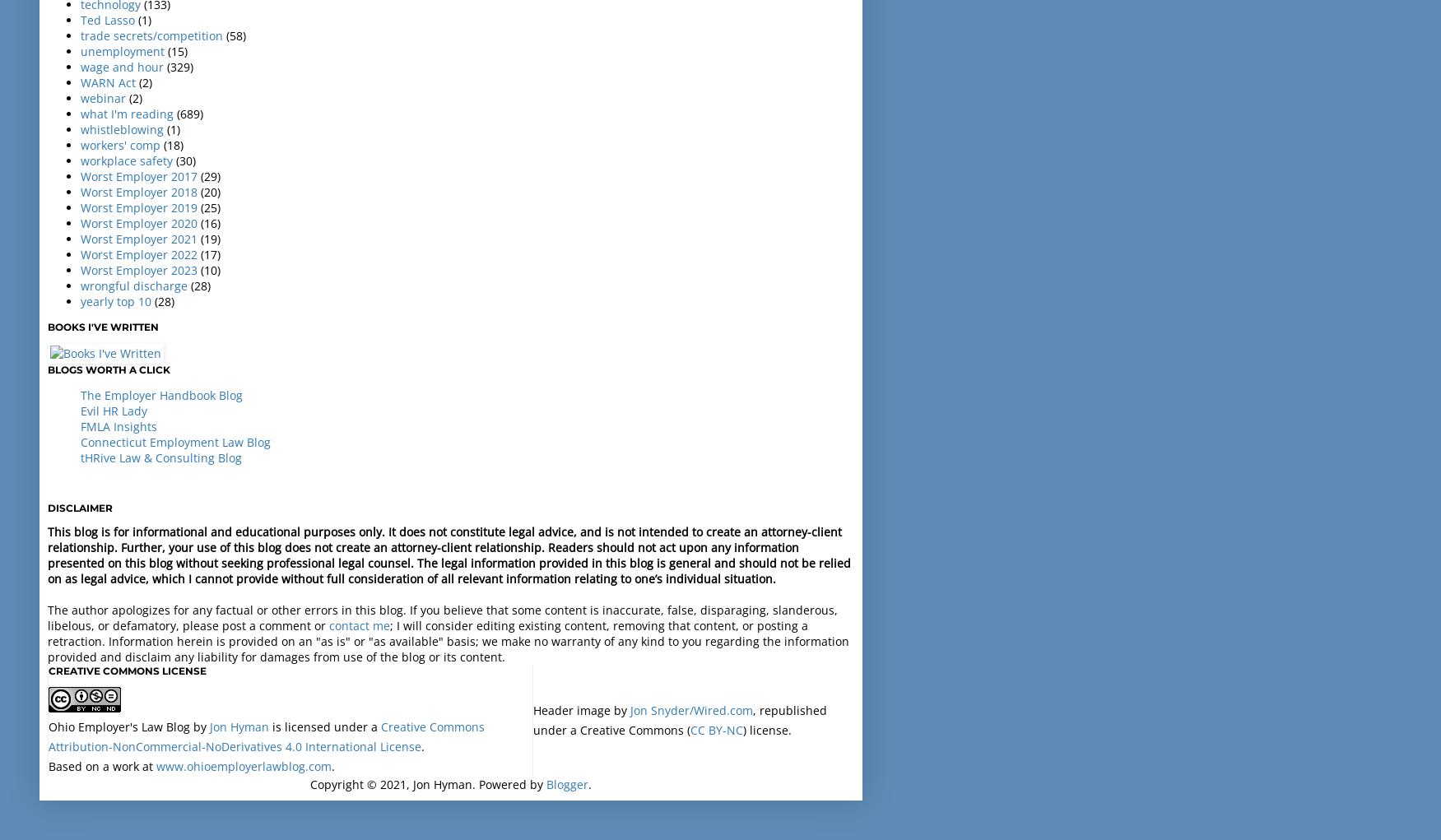 The width and height of the screenshot is (1441, 840). I want to click on 'trade secrets/competition', so click(151, 35).